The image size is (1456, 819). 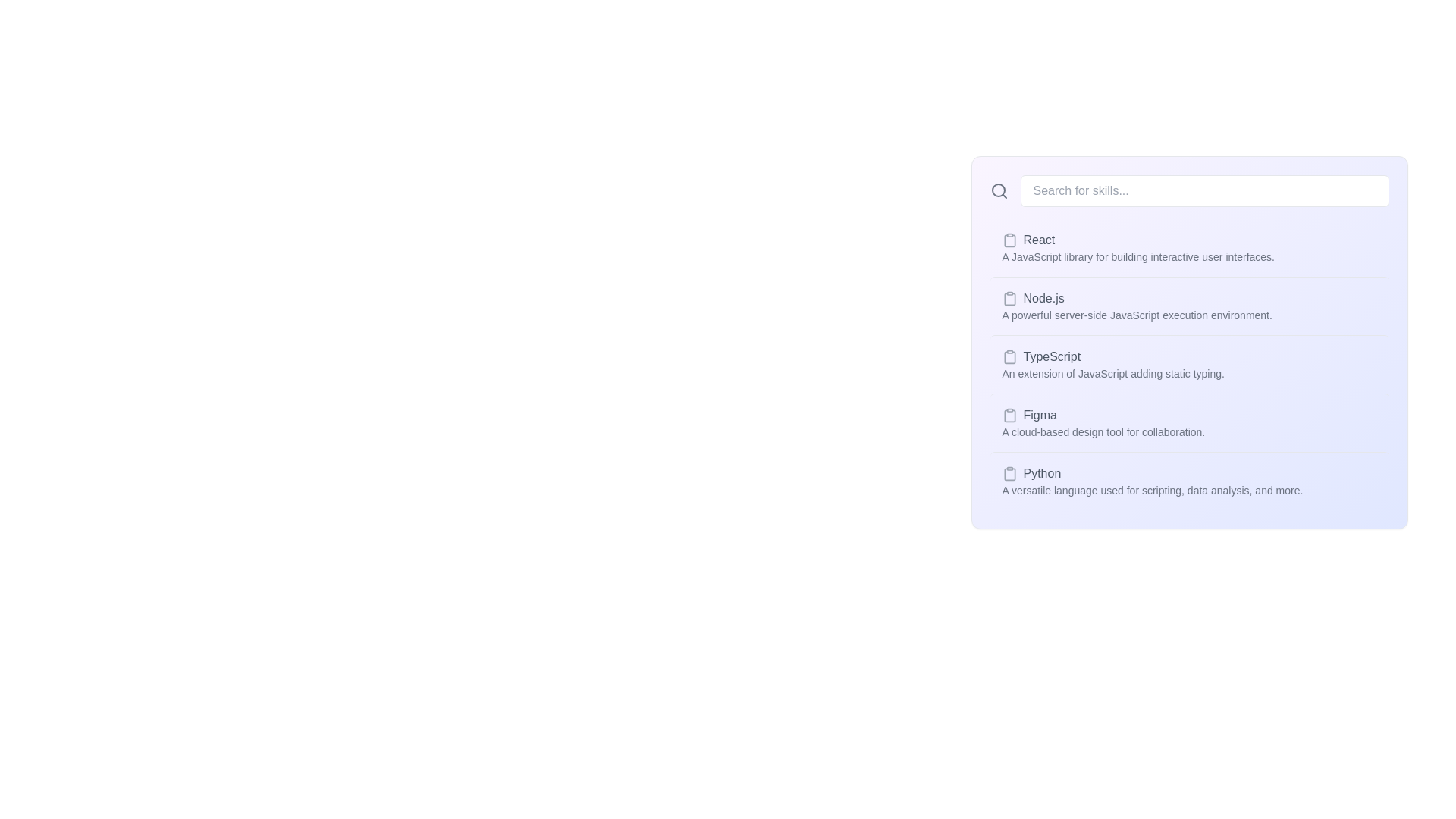 What do you see at coordinates (1188, 306) in the screenshot?
I see `the second list item in the skills list that introduces 'Node.js' by clicking on it` at bounding box center [1188, 306].